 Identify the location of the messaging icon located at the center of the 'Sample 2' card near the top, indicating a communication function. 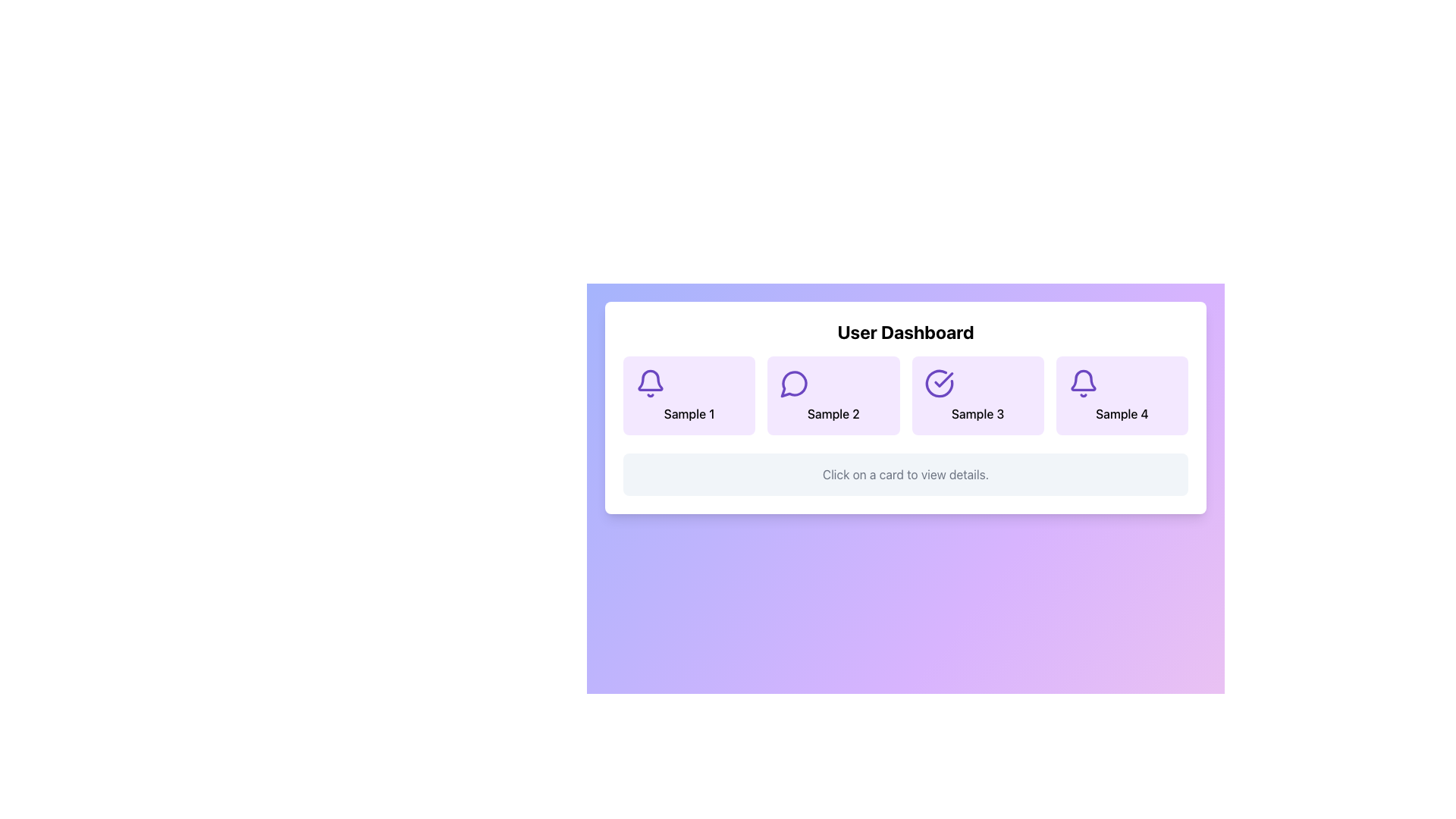
(794, 382).